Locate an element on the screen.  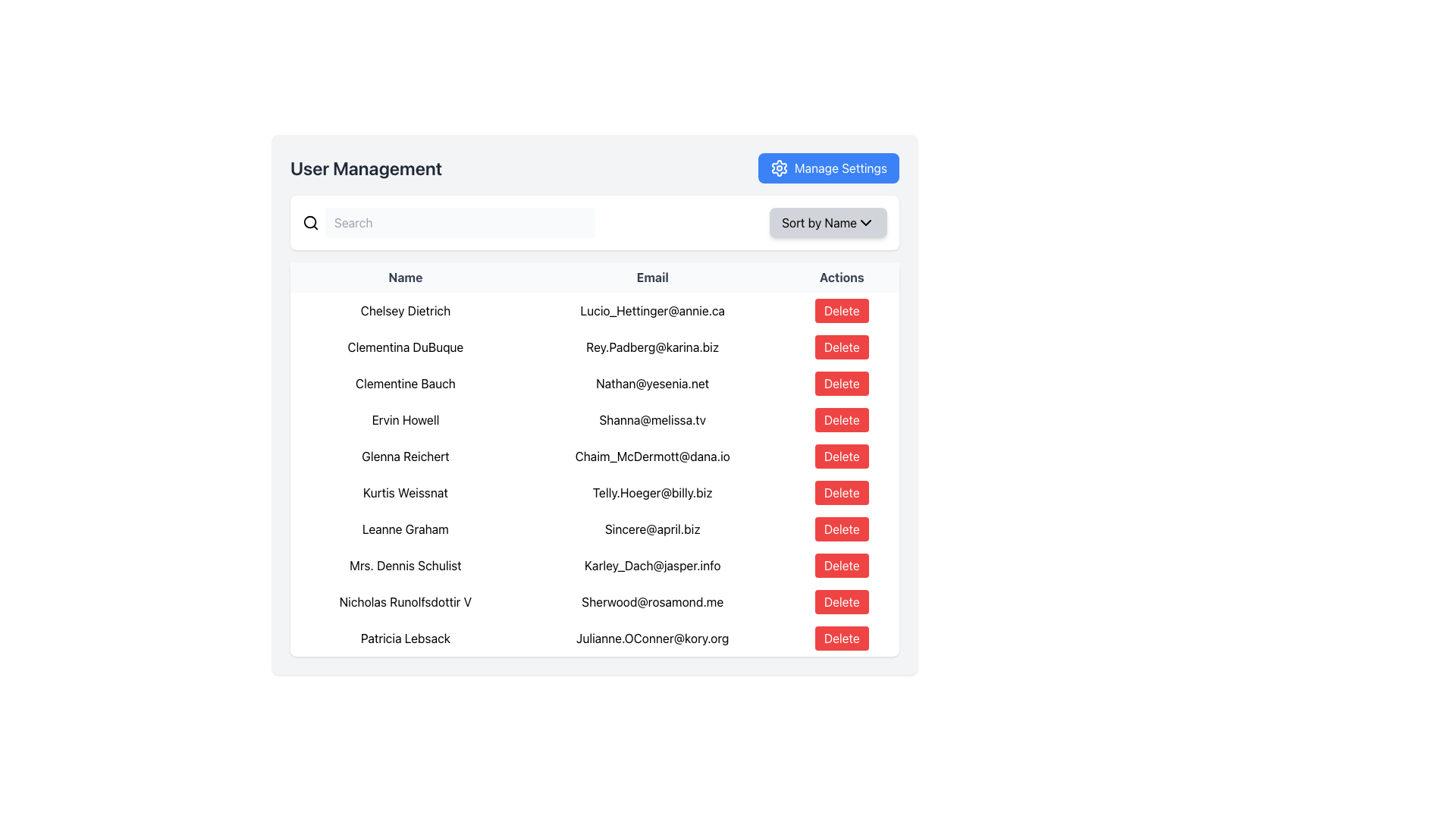
the red 'Delete' button with rounded edges in the 'Actions' column of the table associated with the email 'Rey.Padberg@karina.biz' is located at coordinates (841, 347).